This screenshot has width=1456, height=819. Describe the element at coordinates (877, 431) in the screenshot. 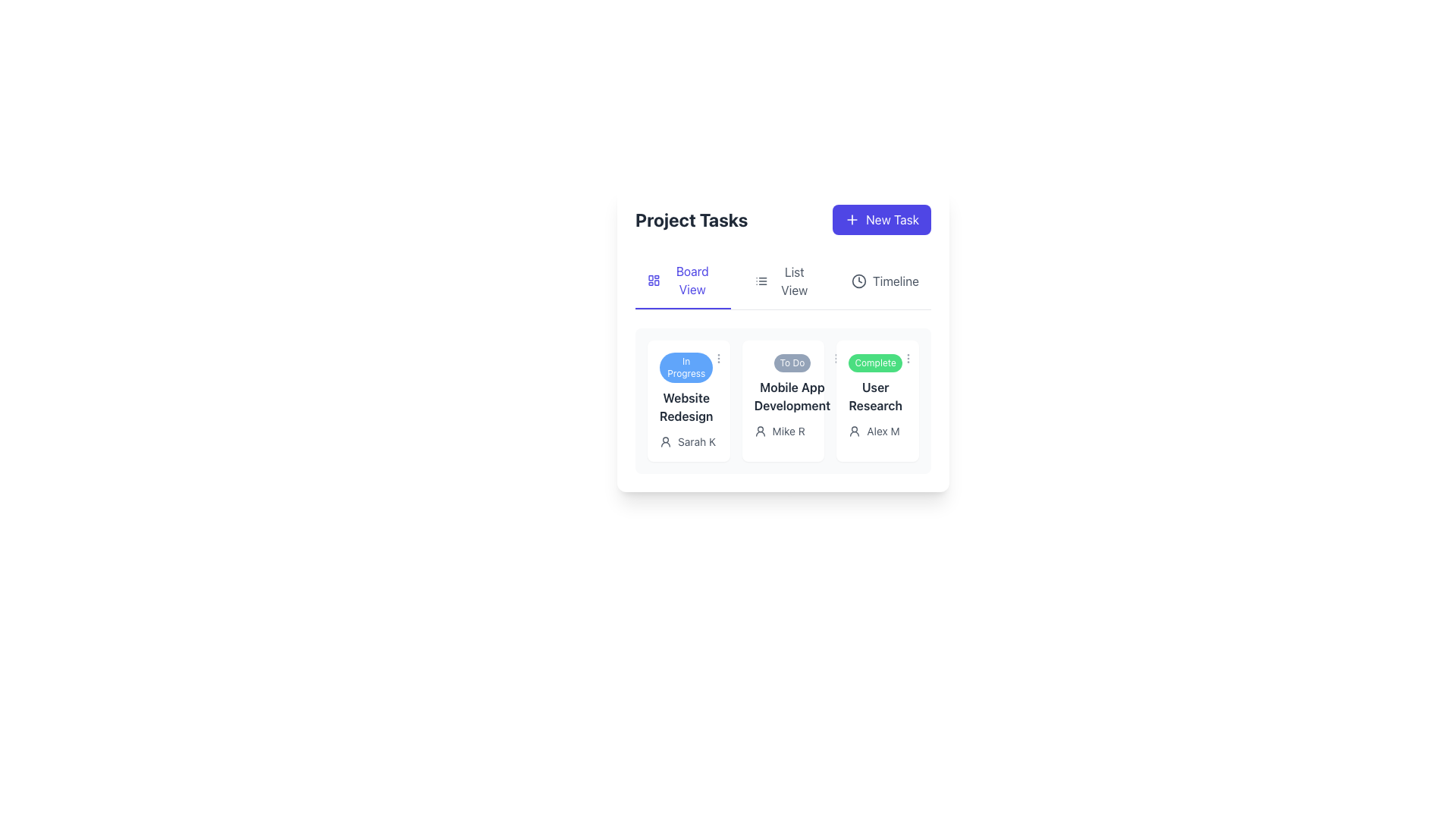

I see `the User Identifier Component indicating 'Alex M' for the 'User Research' task, located at the bottom of the 'User Research' card in the 'Complete' status of the 'Board View'` at that location.